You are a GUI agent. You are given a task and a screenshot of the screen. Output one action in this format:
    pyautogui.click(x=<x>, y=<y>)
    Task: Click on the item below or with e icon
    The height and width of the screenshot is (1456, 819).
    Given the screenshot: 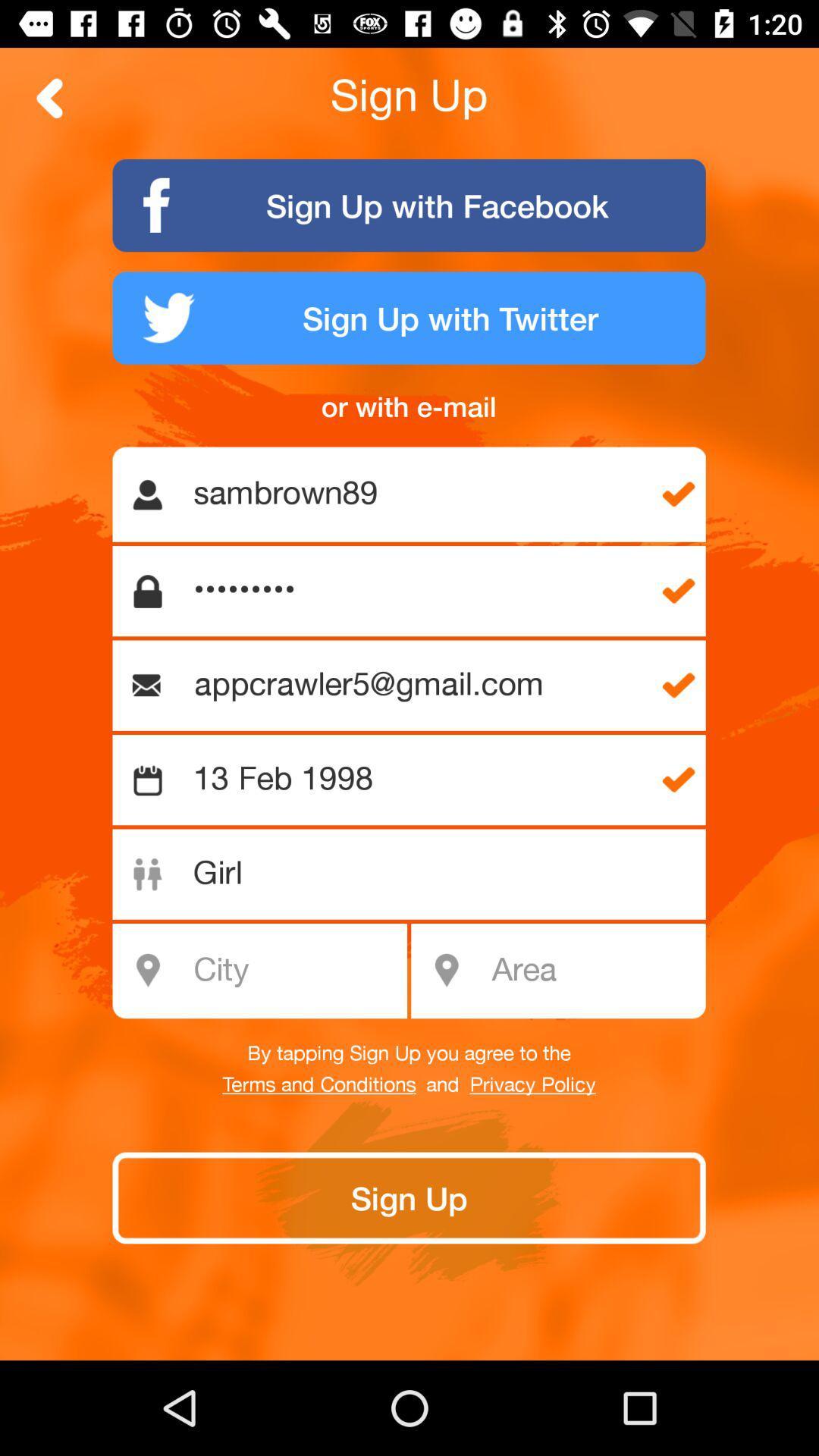 What is the action you would take?
    pyautogui.click(x=417, y=494)
    